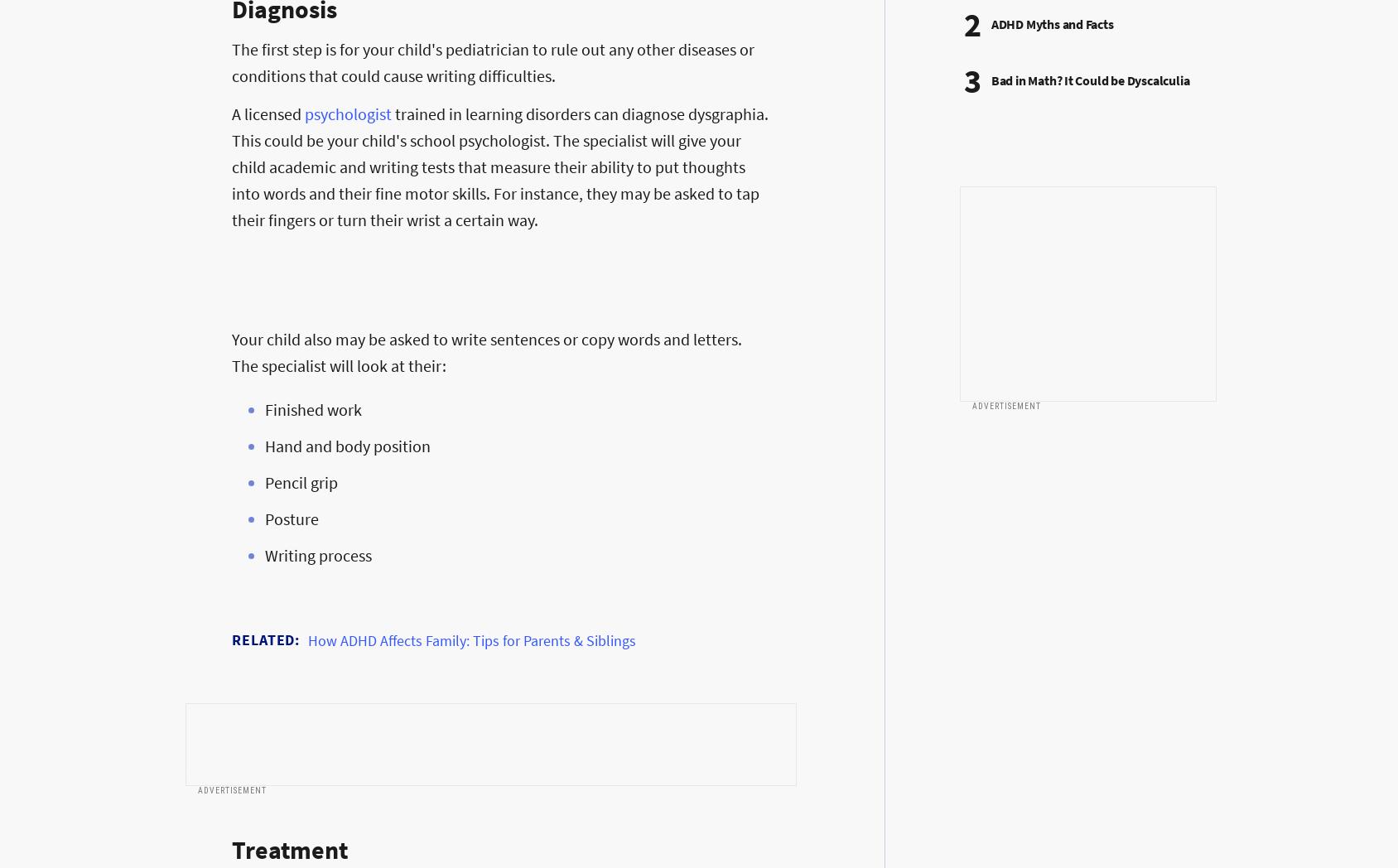 Image resolution: width=1398 pixels, height=868 pixels. Describe the element at coordinates (231, 352) in the screenshot. I see `'Your child also may be asked to write sentences or copy words and letters. The specialist will look at their:'` at that location.